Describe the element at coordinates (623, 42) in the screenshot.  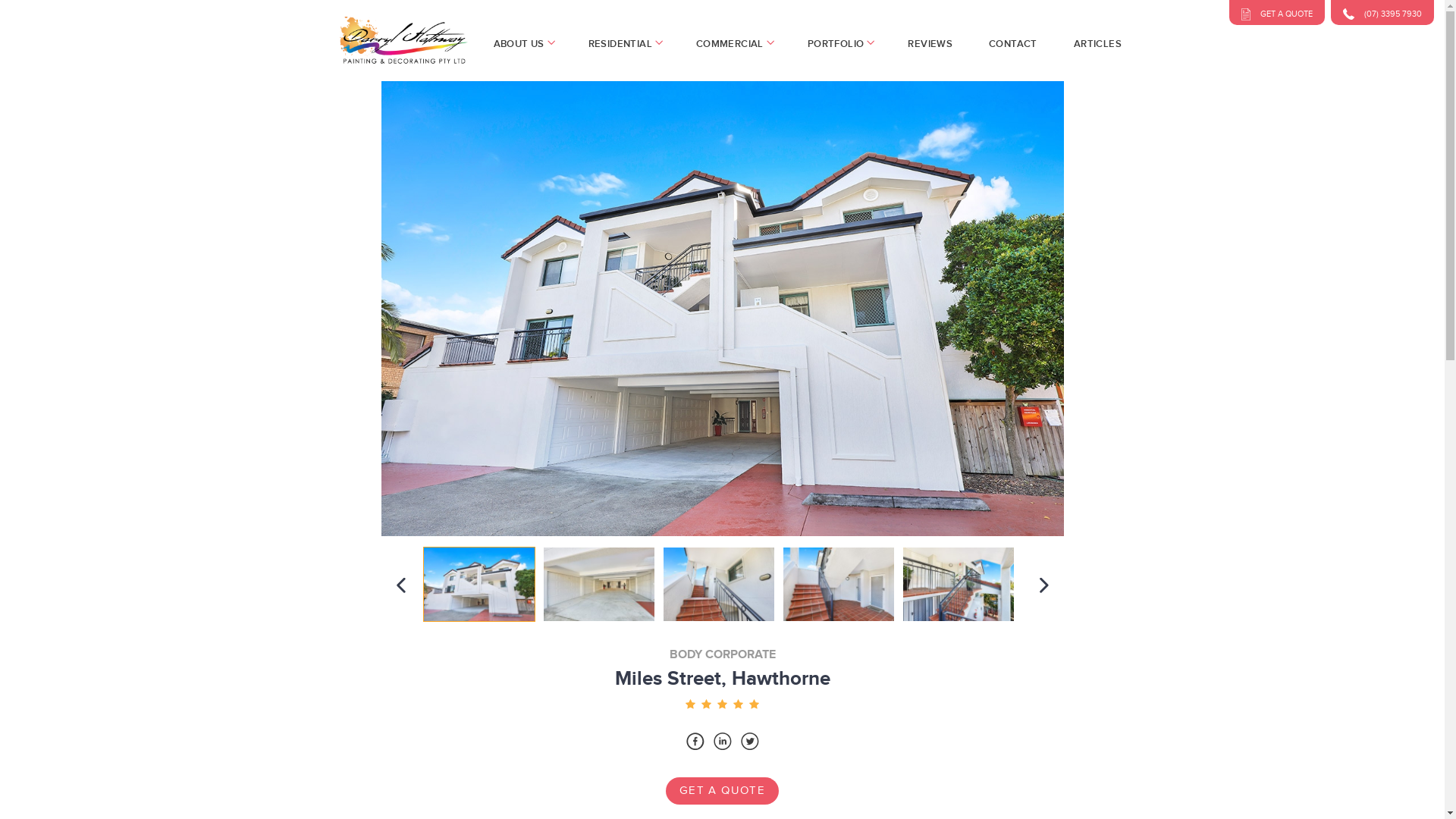
I see `'RESIDENTIAL'` at that location.